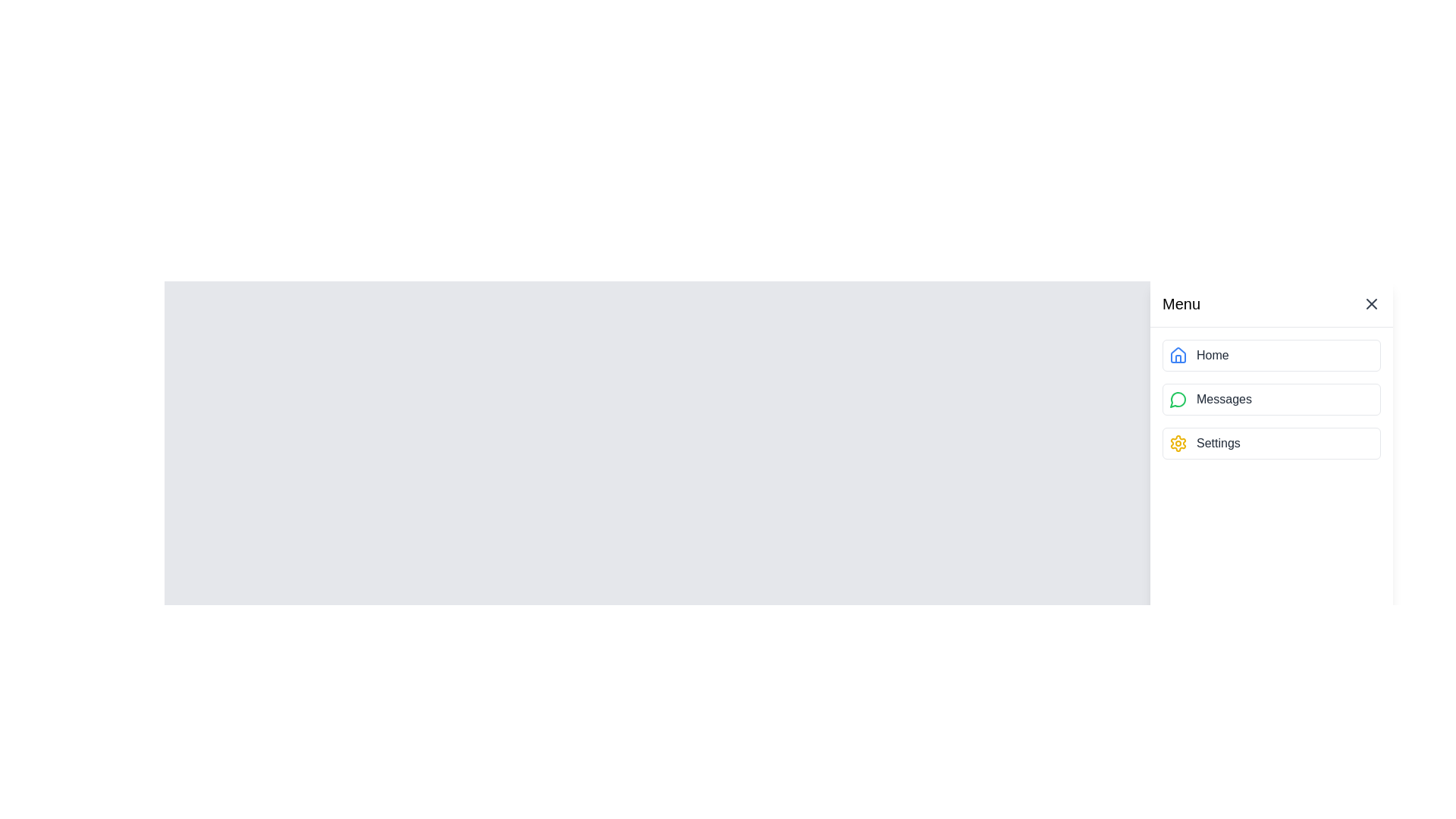 The image size is (1456, 819). I want to click on the 'Settings' text label in the sidebar menu, which is located below 'Home' and 'Messages' and next to the gear icon, so click(1218, 444).